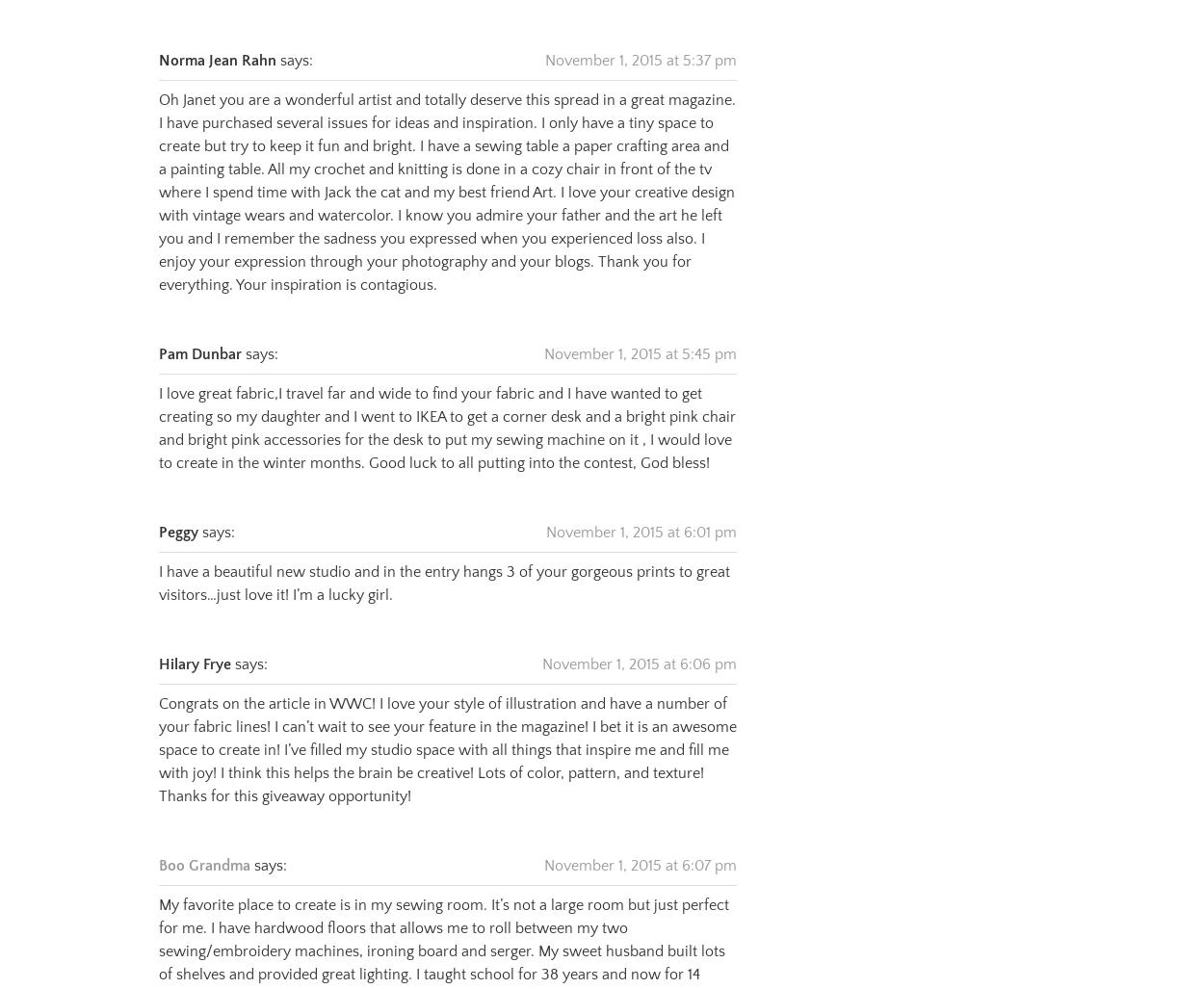  I want to click on 'Pam Dunbar', so click(199, 330).